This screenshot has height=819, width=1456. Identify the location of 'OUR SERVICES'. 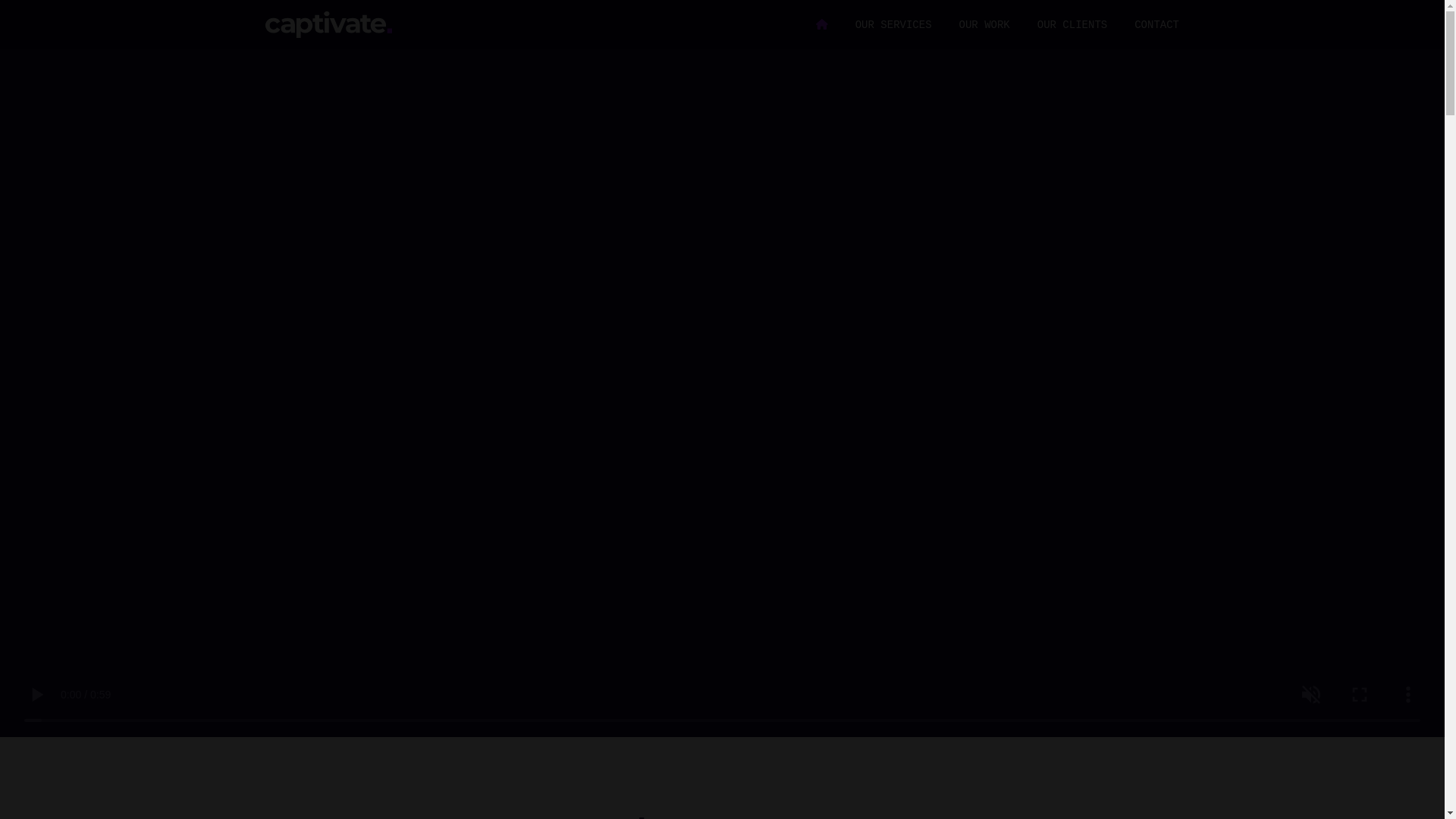
(893, 25).